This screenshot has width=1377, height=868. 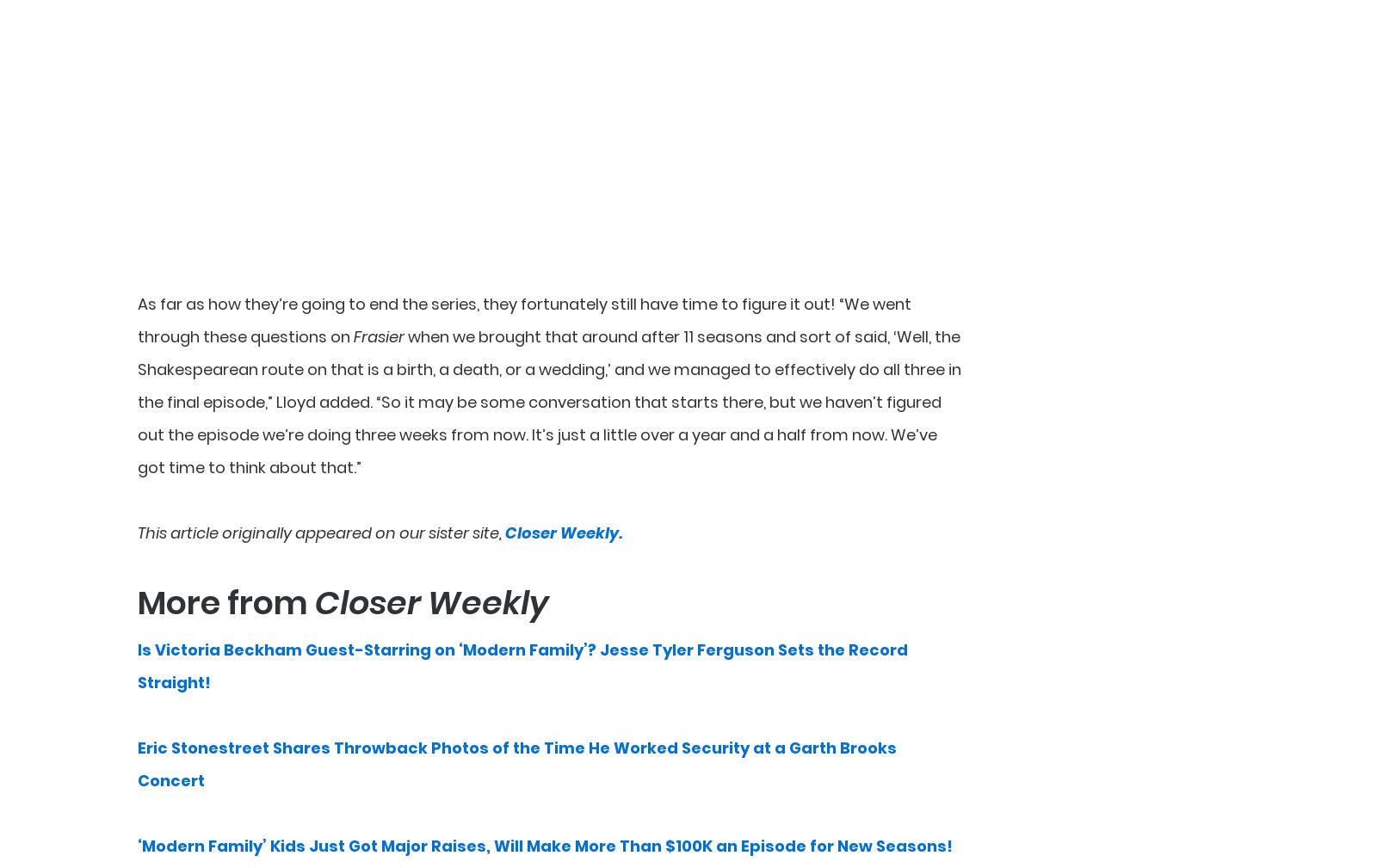 I want to click on '‘Modern Family’ Kids Just Got Major Raises, Will Make More Than $100K an Episode for New Seasons!', so click(x=137, y=846).